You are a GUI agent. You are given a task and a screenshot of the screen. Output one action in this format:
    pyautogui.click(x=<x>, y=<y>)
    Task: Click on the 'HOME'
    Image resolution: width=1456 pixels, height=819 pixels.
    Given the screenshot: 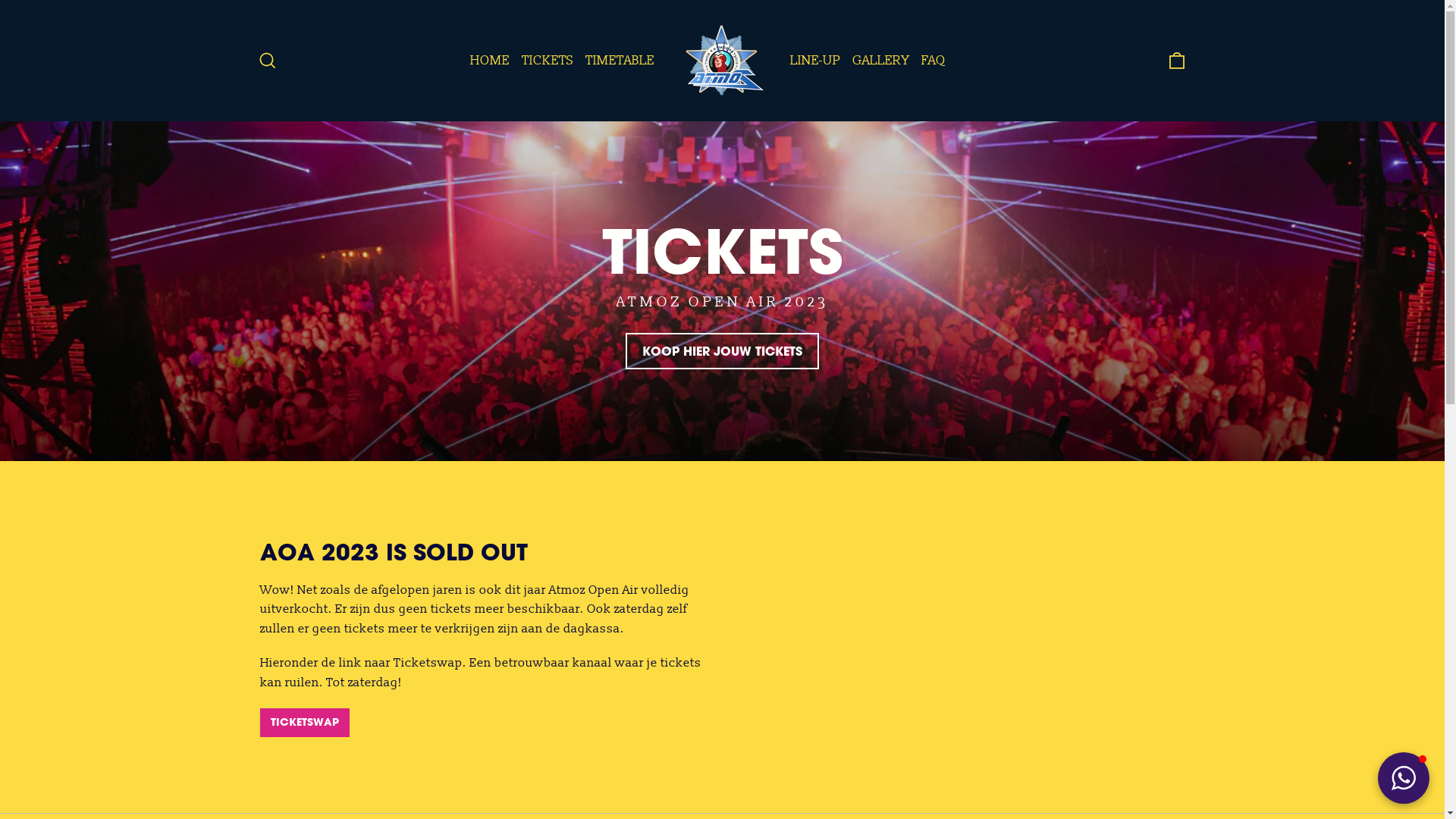 What is the action you would take?
    pyautogui.click(x=490, y=59)
    